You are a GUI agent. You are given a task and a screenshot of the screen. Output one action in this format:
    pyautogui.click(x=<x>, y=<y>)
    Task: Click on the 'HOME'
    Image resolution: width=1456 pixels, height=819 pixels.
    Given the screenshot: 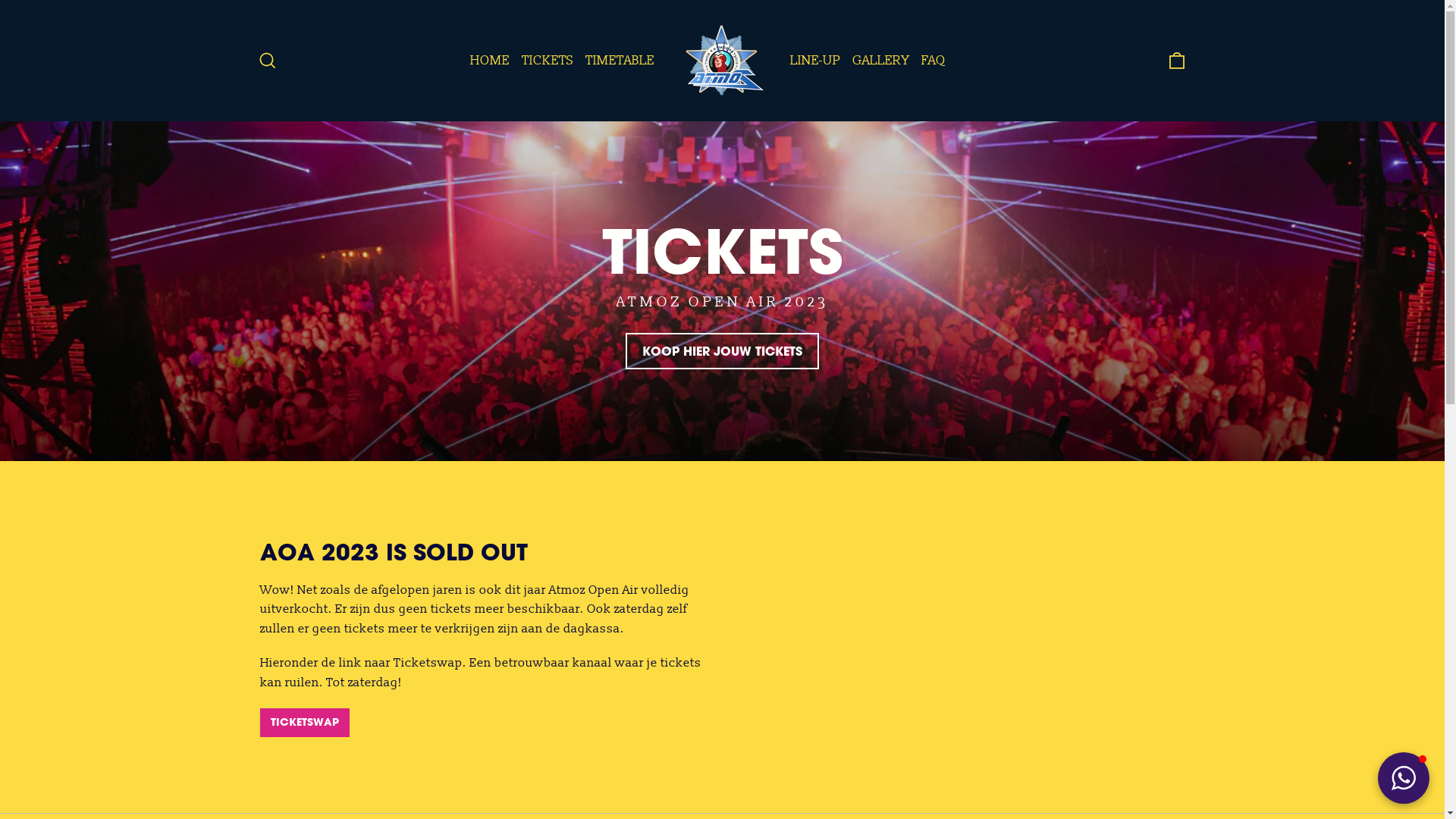 What is the action you would take?
    pyautogui.click(x=490, y=59)
    